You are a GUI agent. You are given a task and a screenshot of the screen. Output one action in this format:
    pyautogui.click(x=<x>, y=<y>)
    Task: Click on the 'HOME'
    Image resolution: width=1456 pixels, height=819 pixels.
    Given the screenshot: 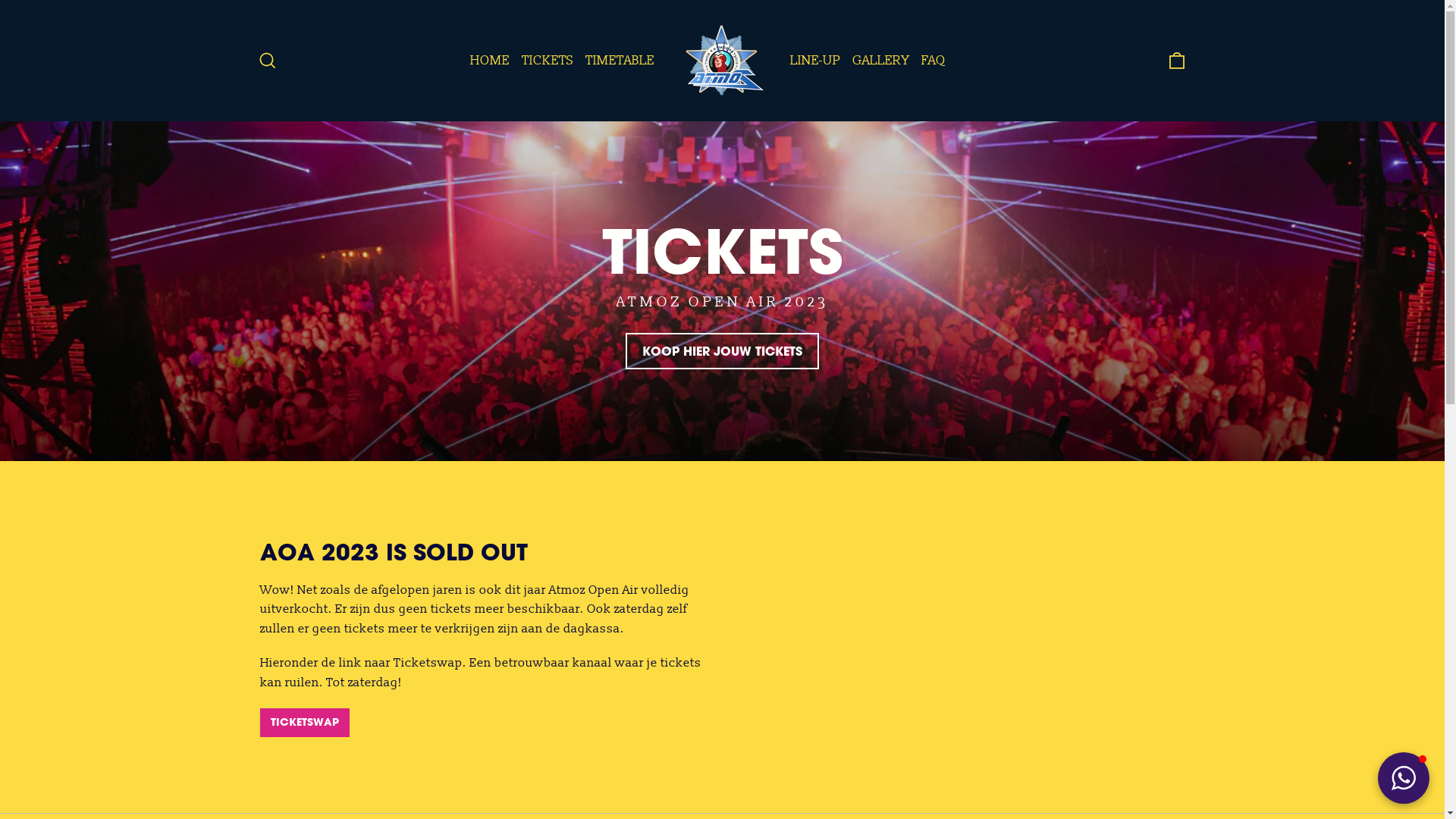 What is the action you would take?
    pyautogui.click(x=490, y=59)
    